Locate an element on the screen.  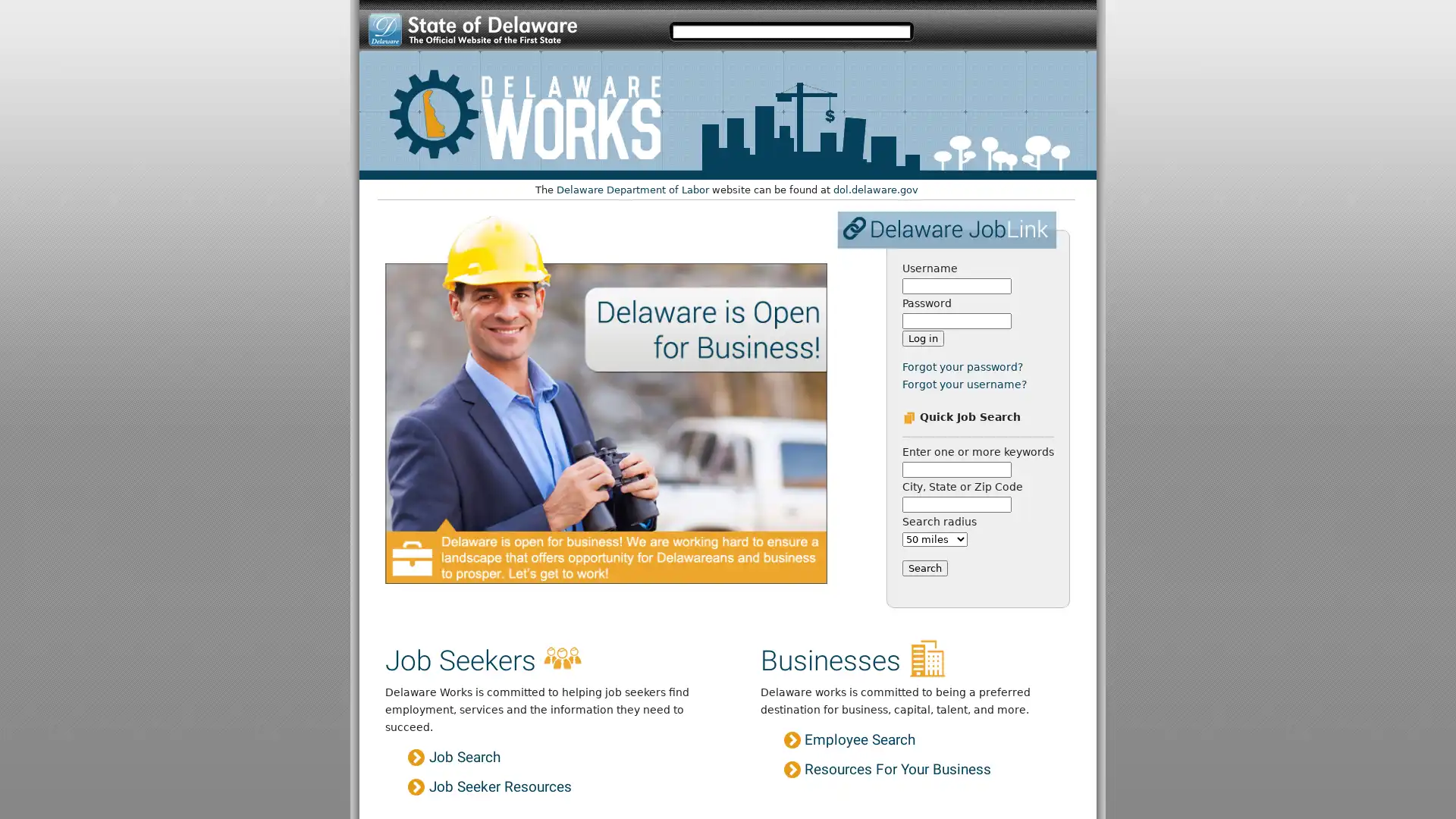
Log in is located at coordinates (921, 337).